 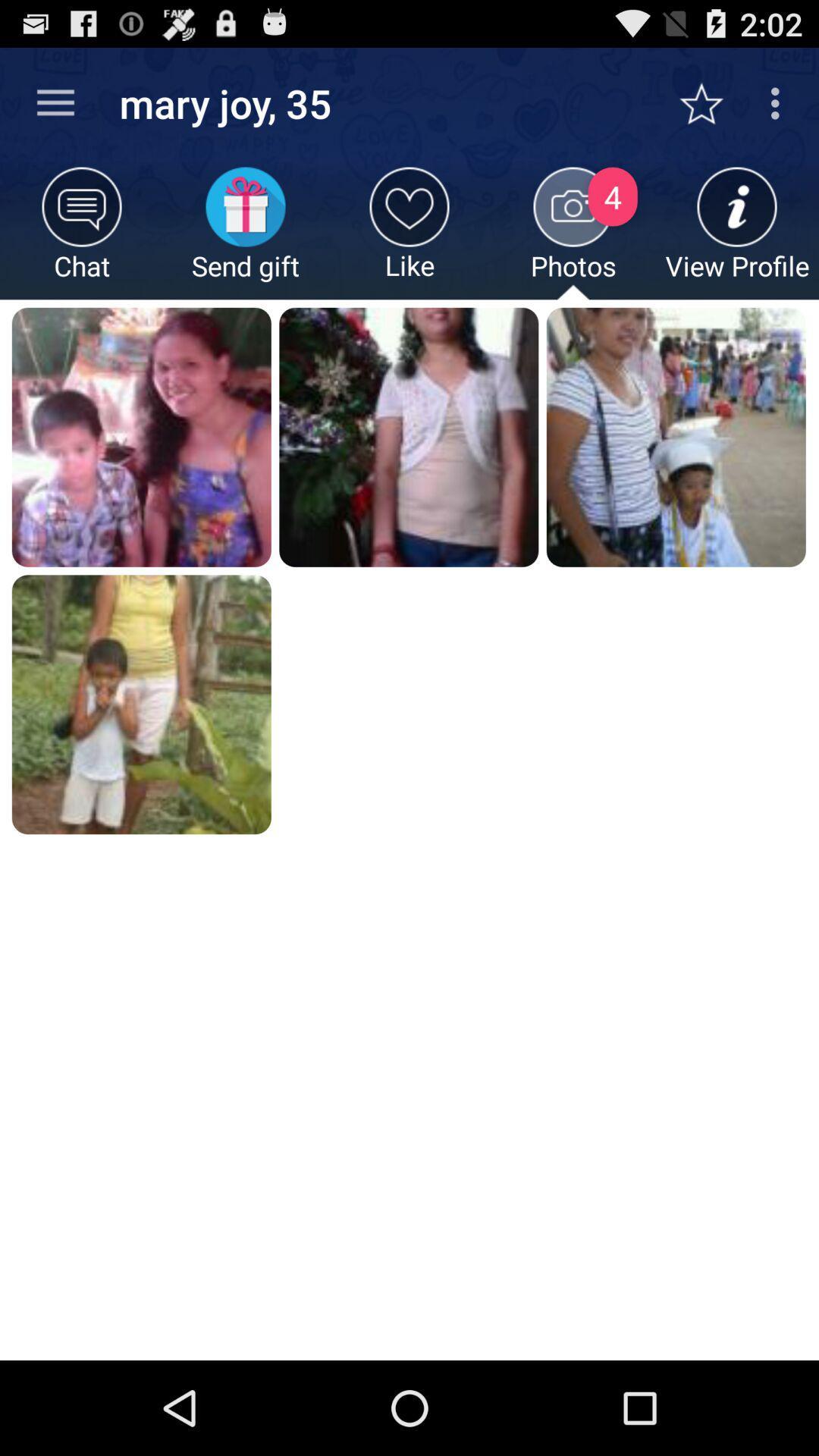 I want to click on the icon to the right of photos icon, so click(x=736, y=232).